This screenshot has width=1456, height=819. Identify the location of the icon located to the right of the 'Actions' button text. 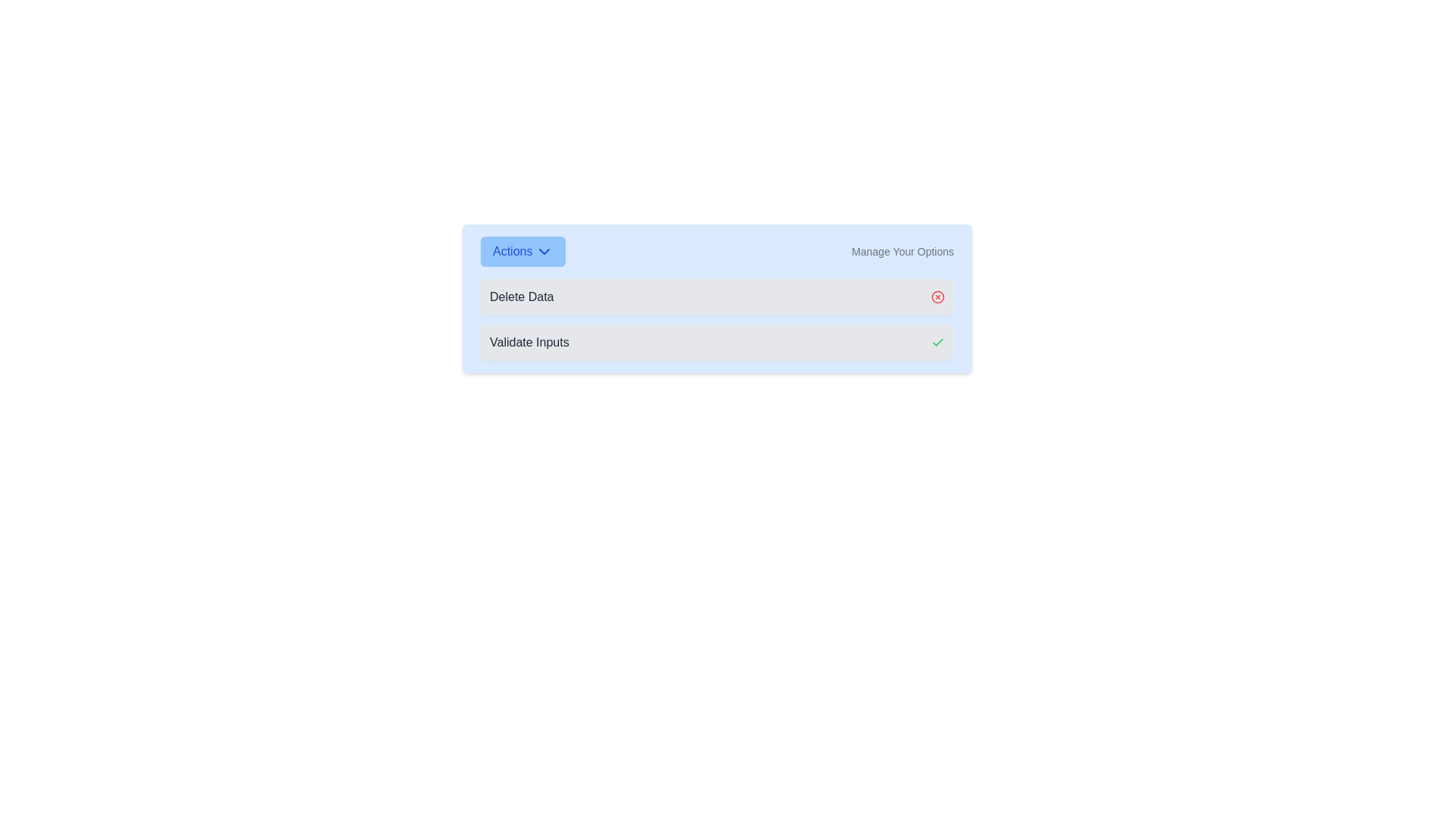
(544, 250).